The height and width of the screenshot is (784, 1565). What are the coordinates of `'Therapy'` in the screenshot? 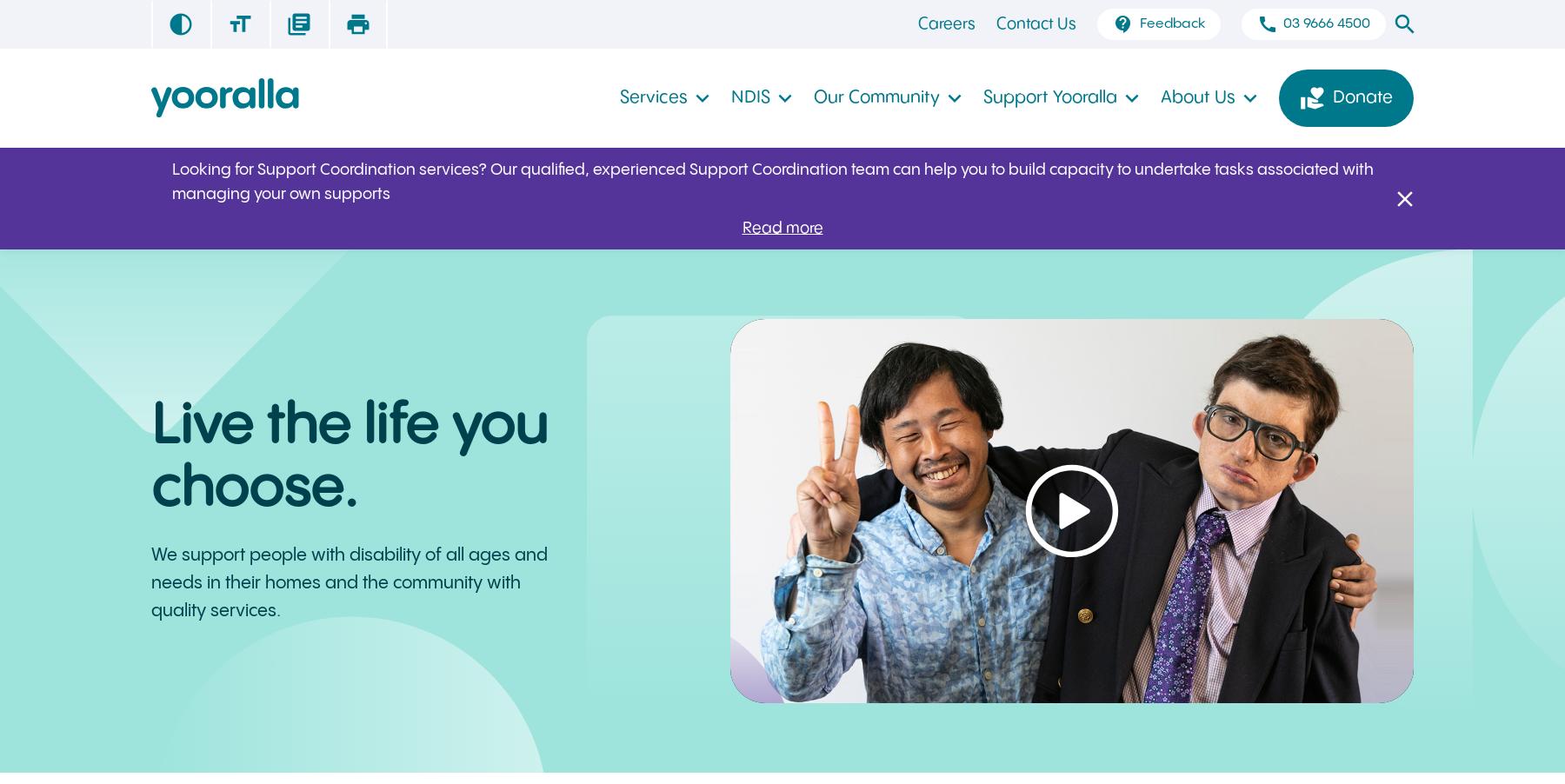 It's located at (1148, 32).